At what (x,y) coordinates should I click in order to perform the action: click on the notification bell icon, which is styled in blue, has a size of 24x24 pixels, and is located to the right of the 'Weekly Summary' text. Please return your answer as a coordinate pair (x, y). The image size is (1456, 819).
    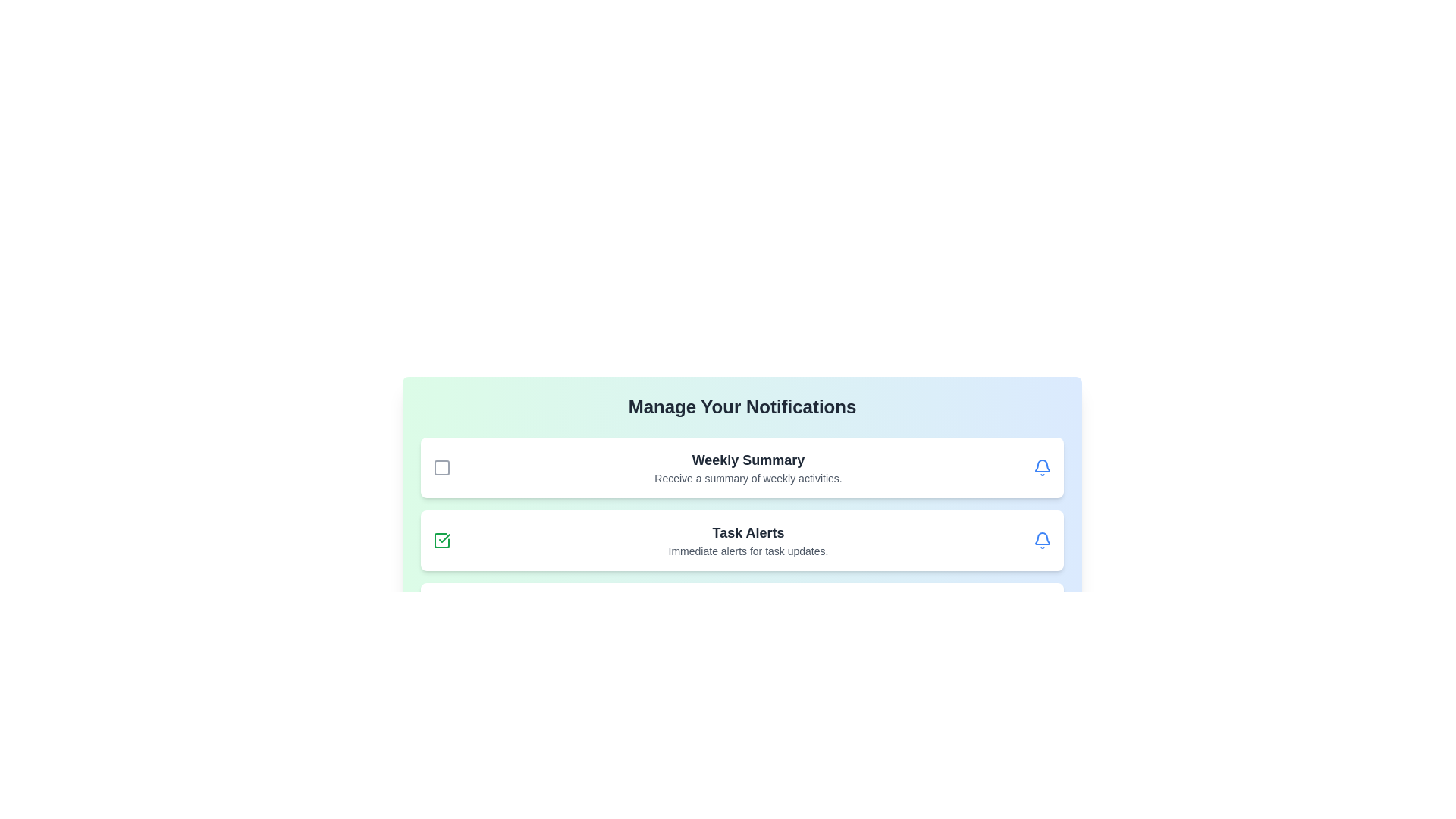
    Looking at the image, I should click on (1041, 467).